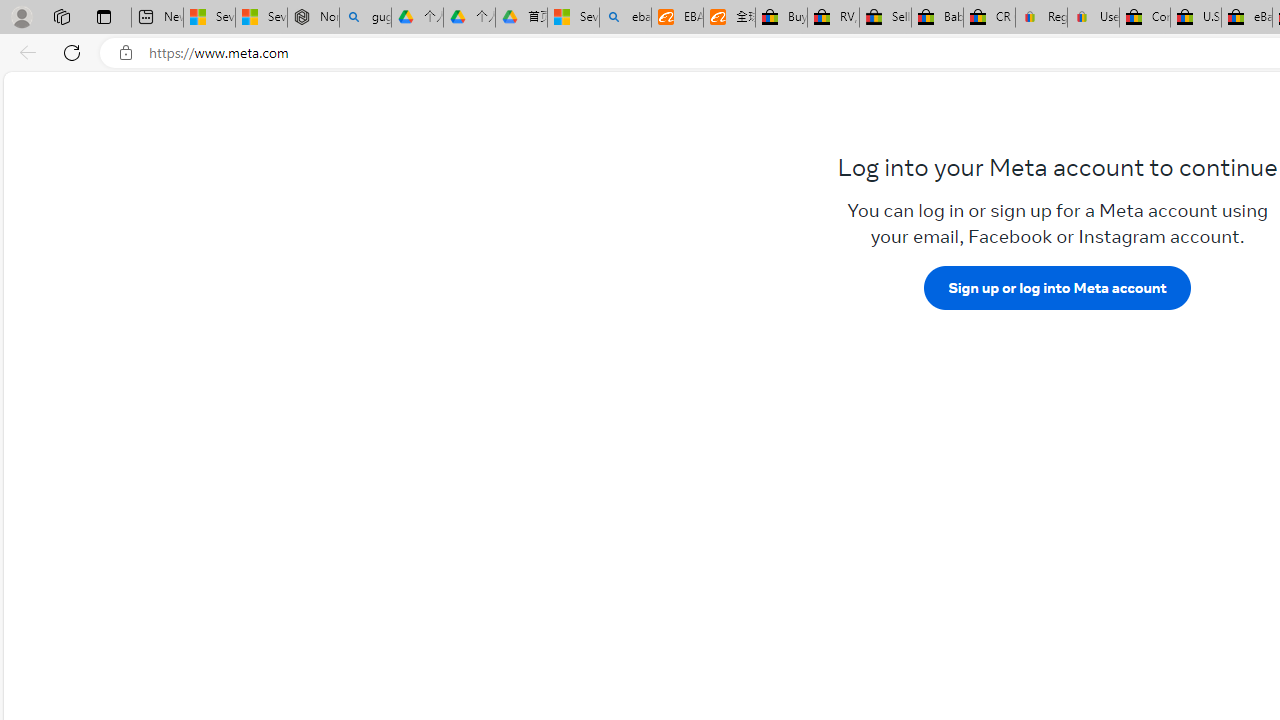 The image size is (1280, 720). What do you see at coordinates (1056, 287) in the screenshot?
I see `'Sign up or log into Meta account'` at bounding box center [1056, 287].